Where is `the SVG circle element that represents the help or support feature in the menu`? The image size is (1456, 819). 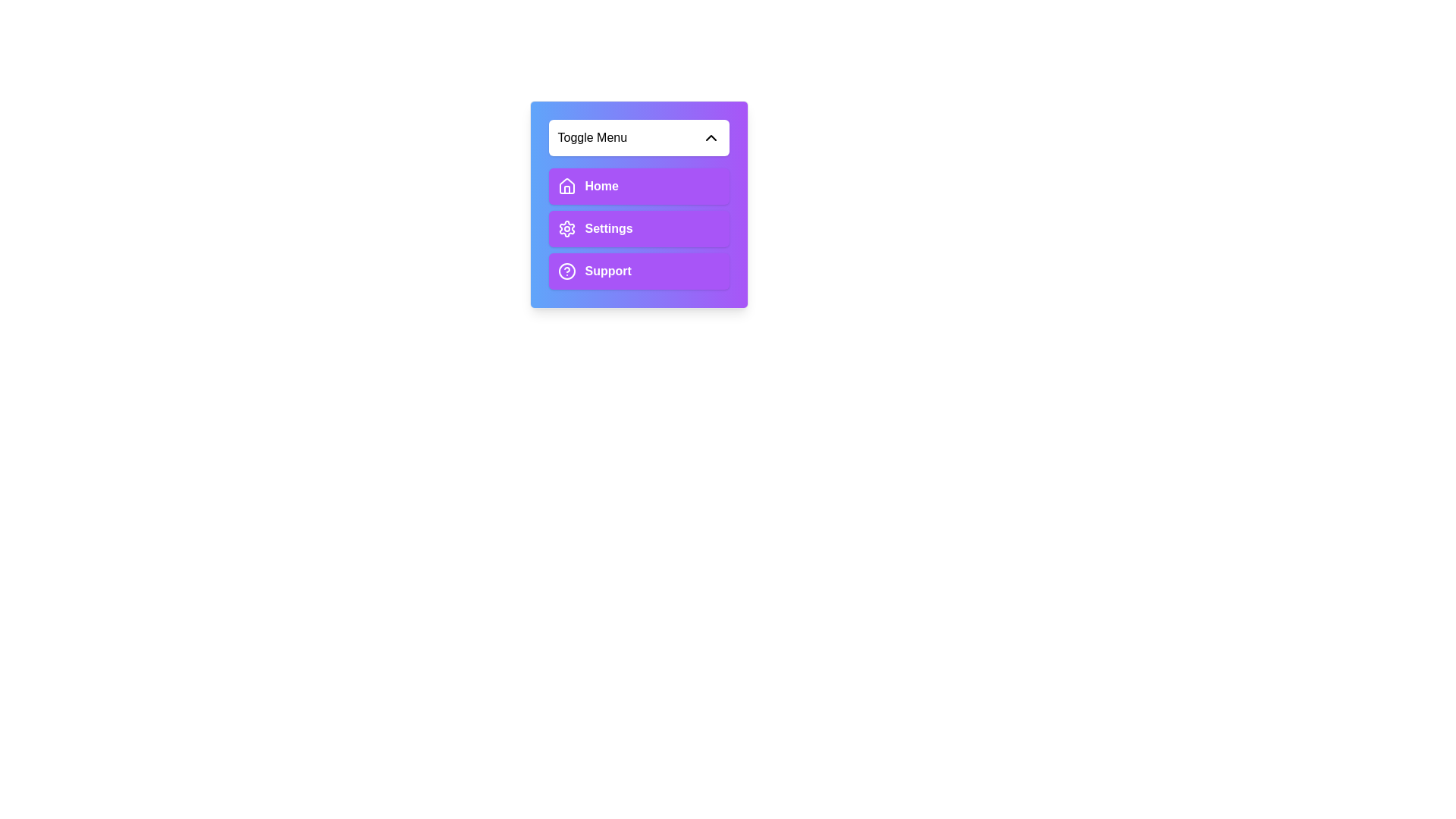
the SVG circle element that represents the help or support feature in the menu is located at coordinates (566, 271).